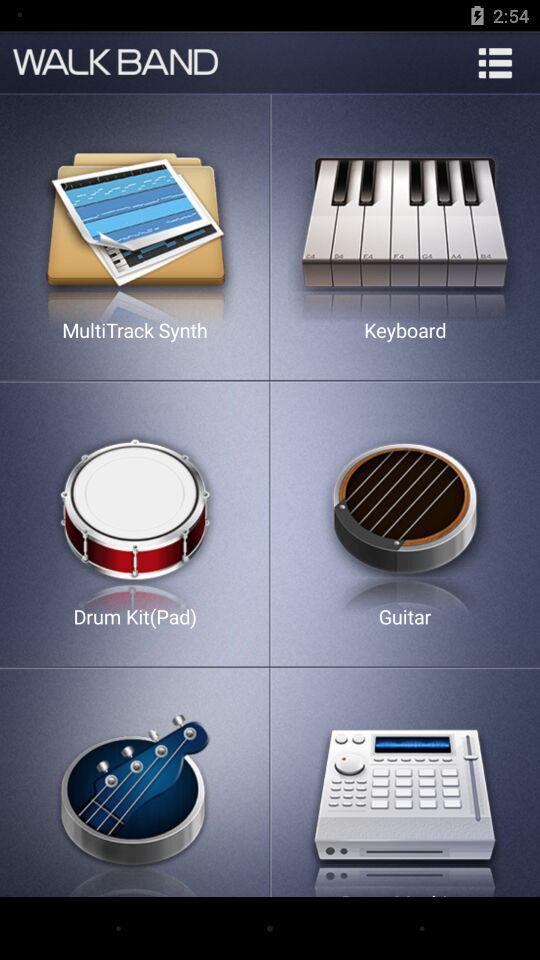  I want to click on the list icon, so click(494, 62).